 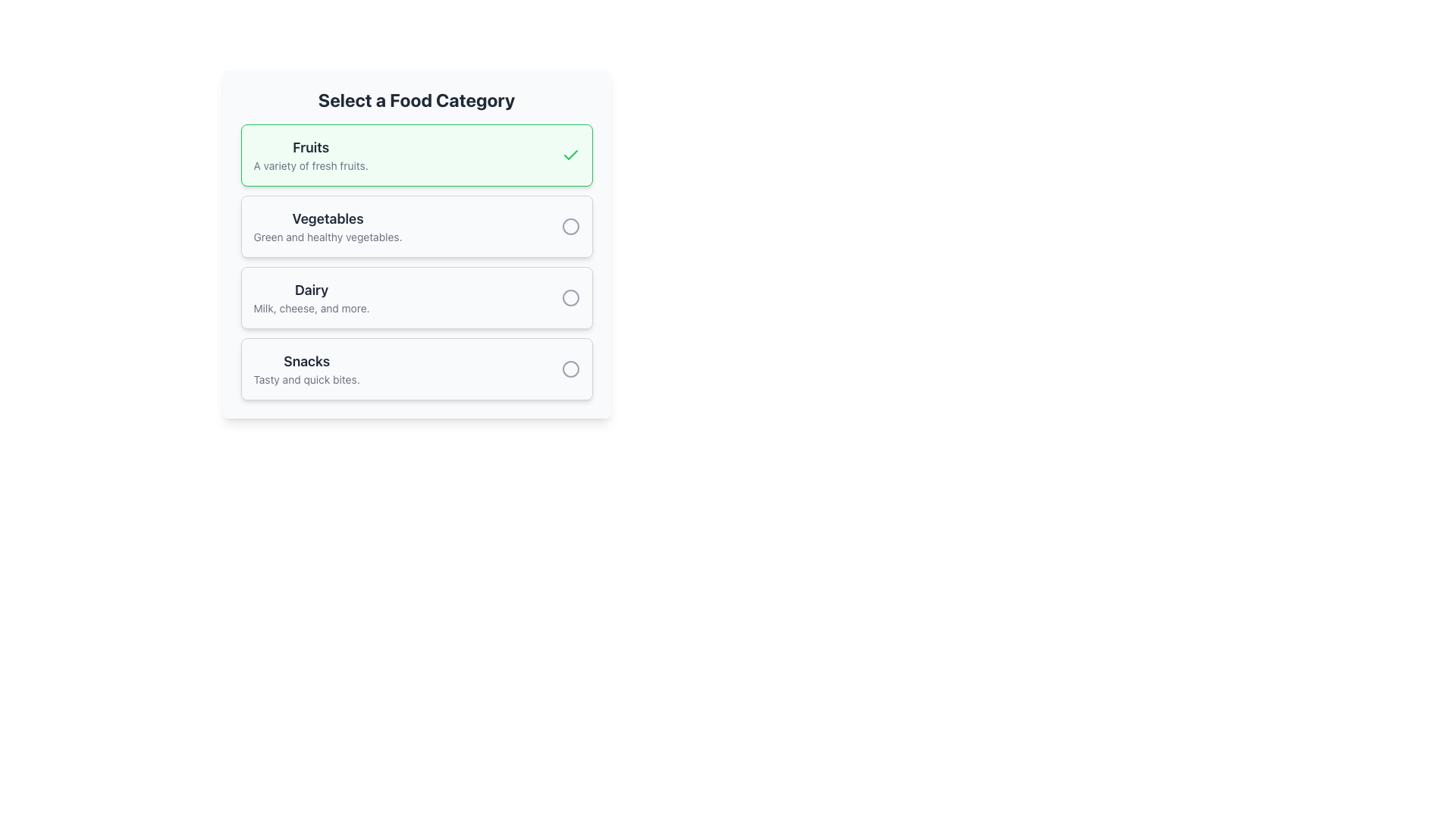 I want to click on the 'Vegetables' button, which is the second option in the list of selectable food categories, so click(x=416, y=227).